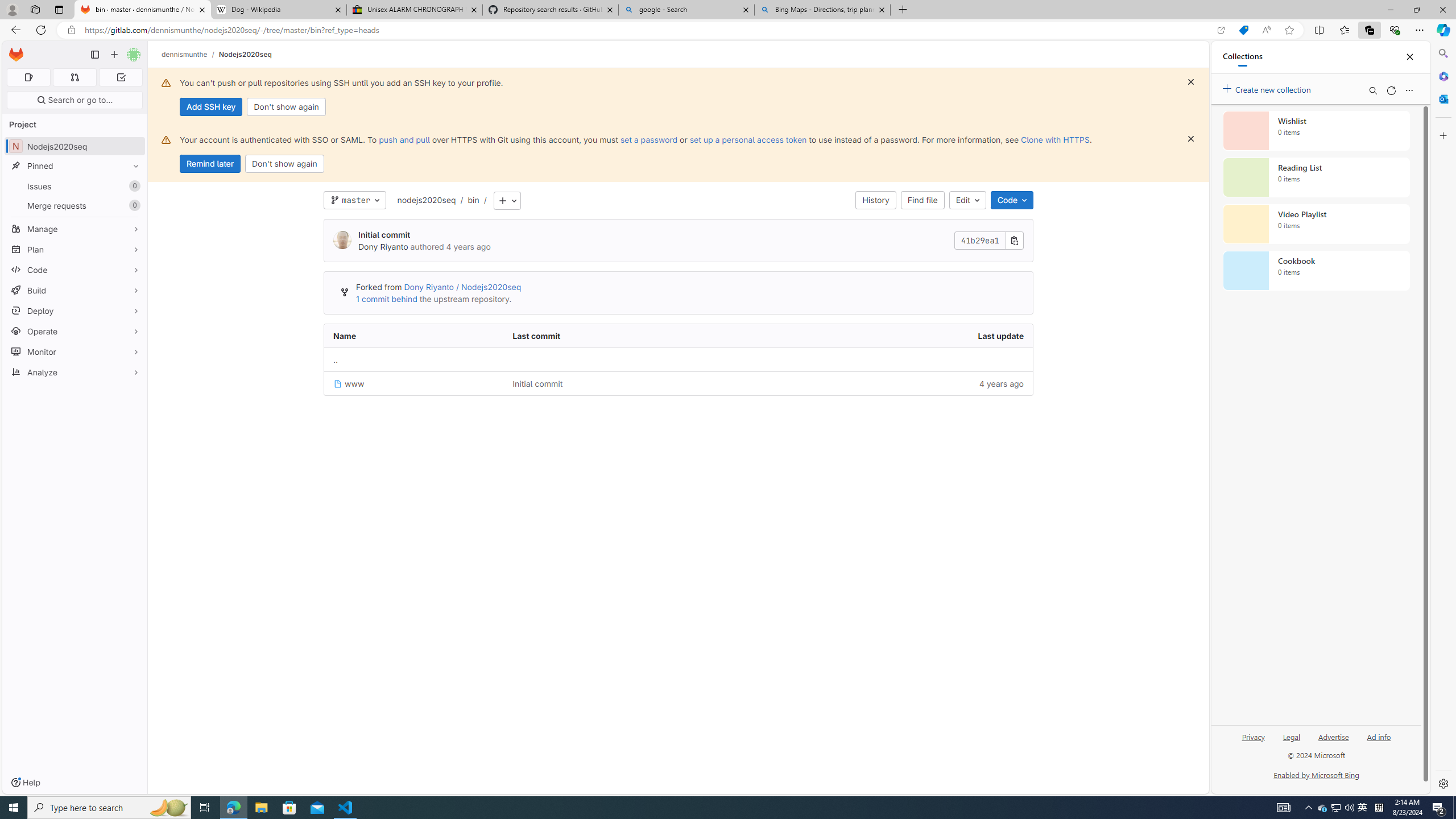 This screenshot has height=819, width=1456. Describe the element at coordinates (336, 359) in the screenshot. I see `'Go to parent'` at that location.